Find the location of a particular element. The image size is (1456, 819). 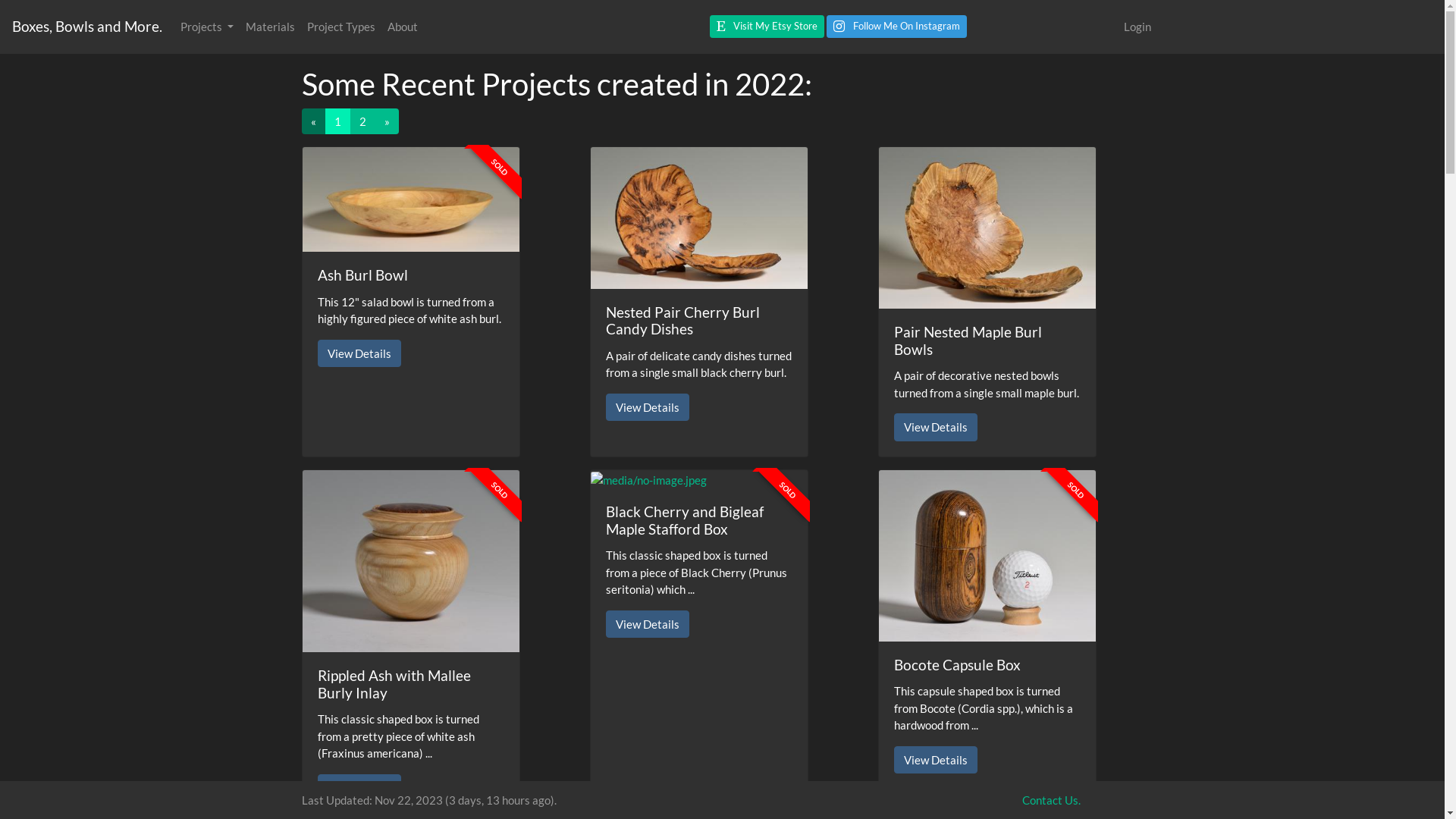

'Contact Us.' is located at coordinates (1050, 799).